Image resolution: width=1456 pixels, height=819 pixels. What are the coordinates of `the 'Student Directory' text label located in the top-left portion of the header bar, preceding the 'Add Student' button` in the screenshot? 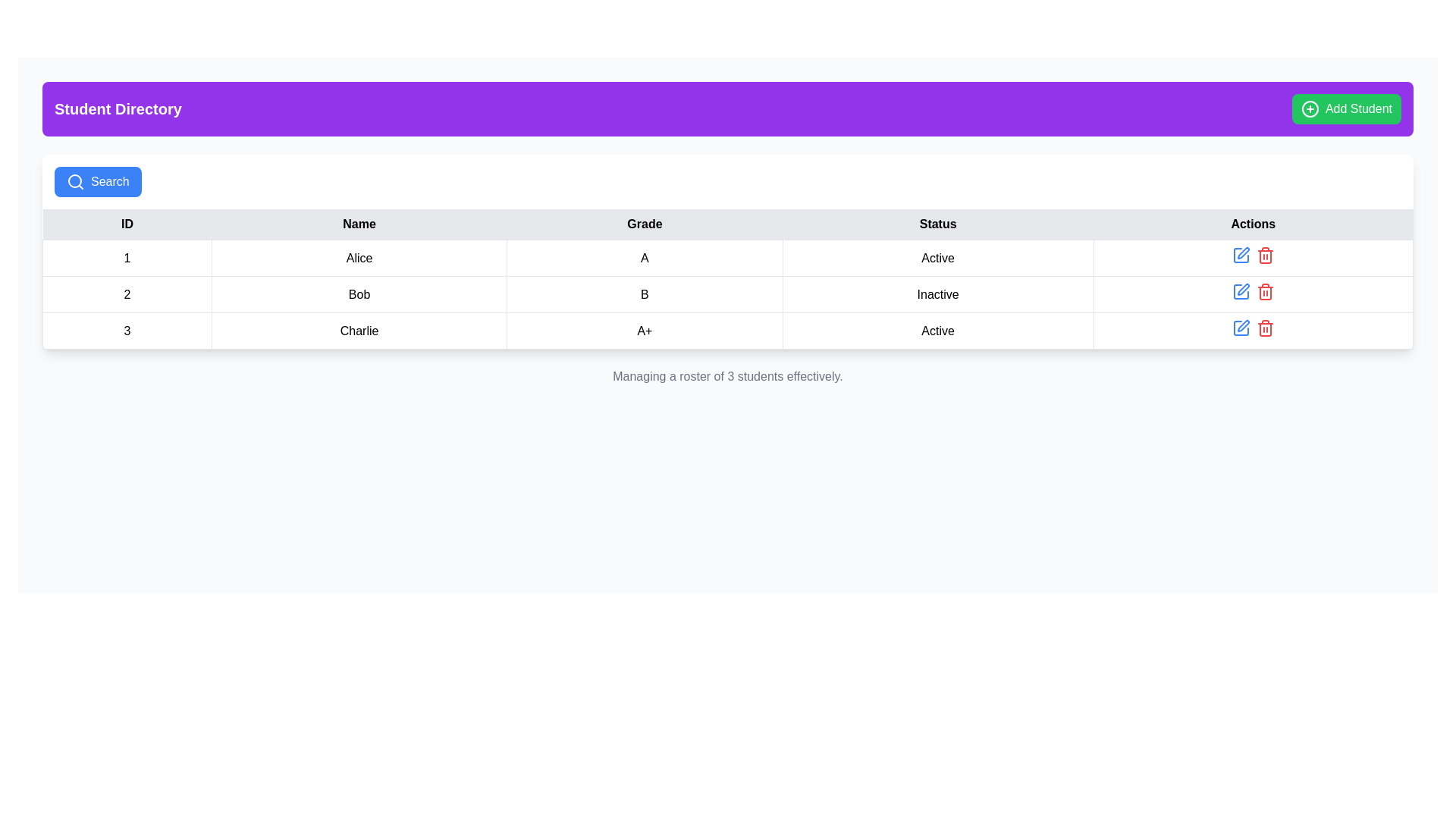 It's located at (117, 108).